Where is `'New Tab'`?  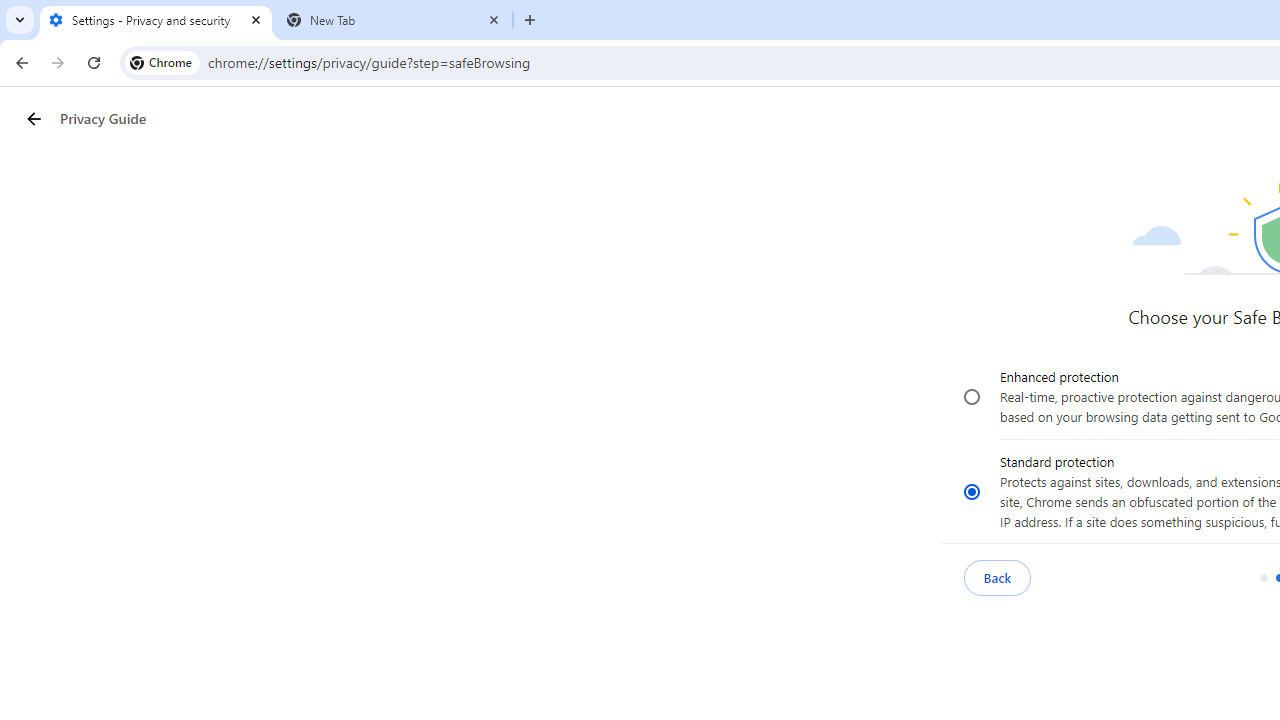
'New Tab' is located at coordinates (394, 20).